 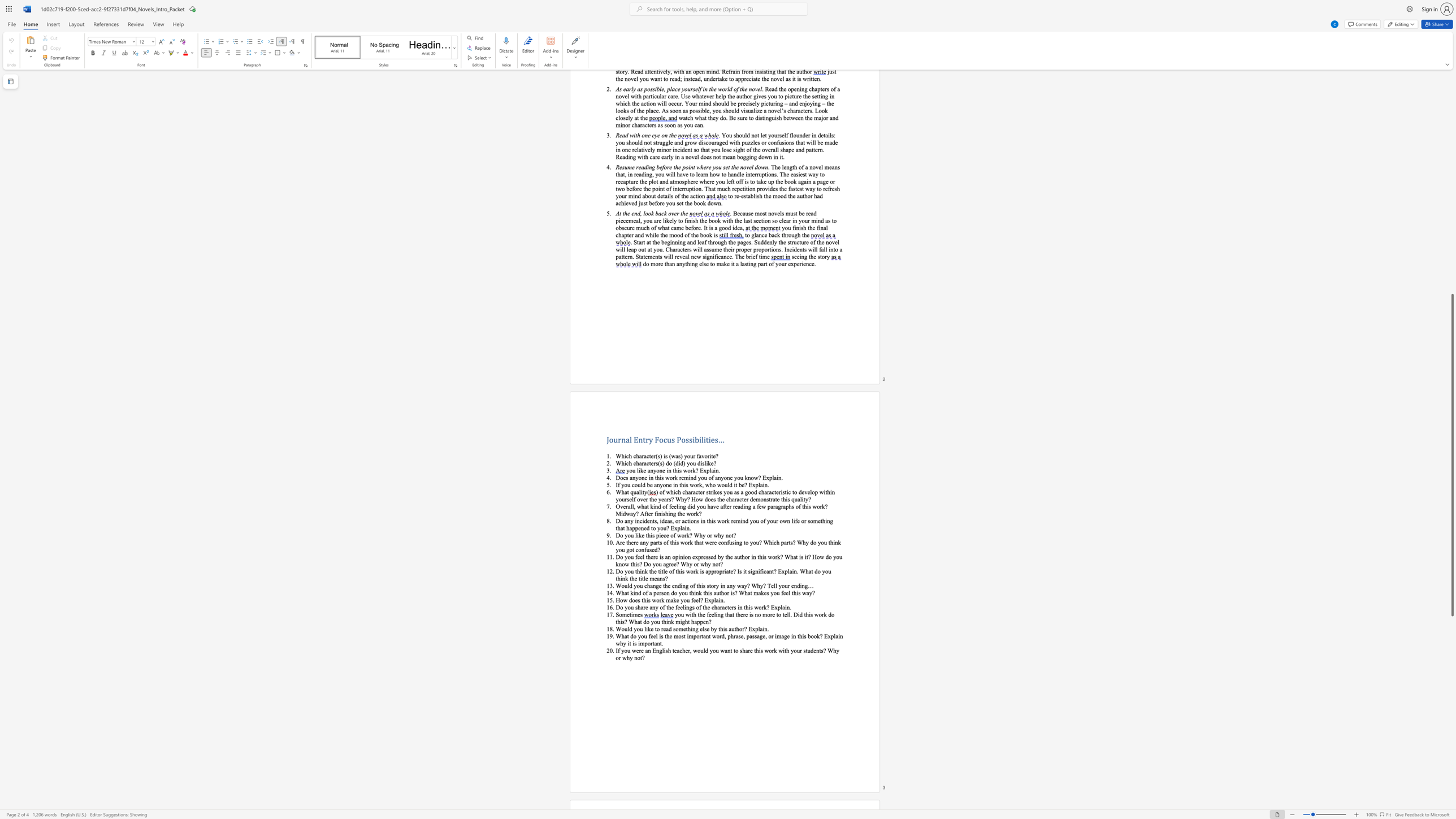 I want to click on the subset text "s w" within the text "Does anyone in this work remind you of anyone you know? Explain.", so click(x=661, y=478).